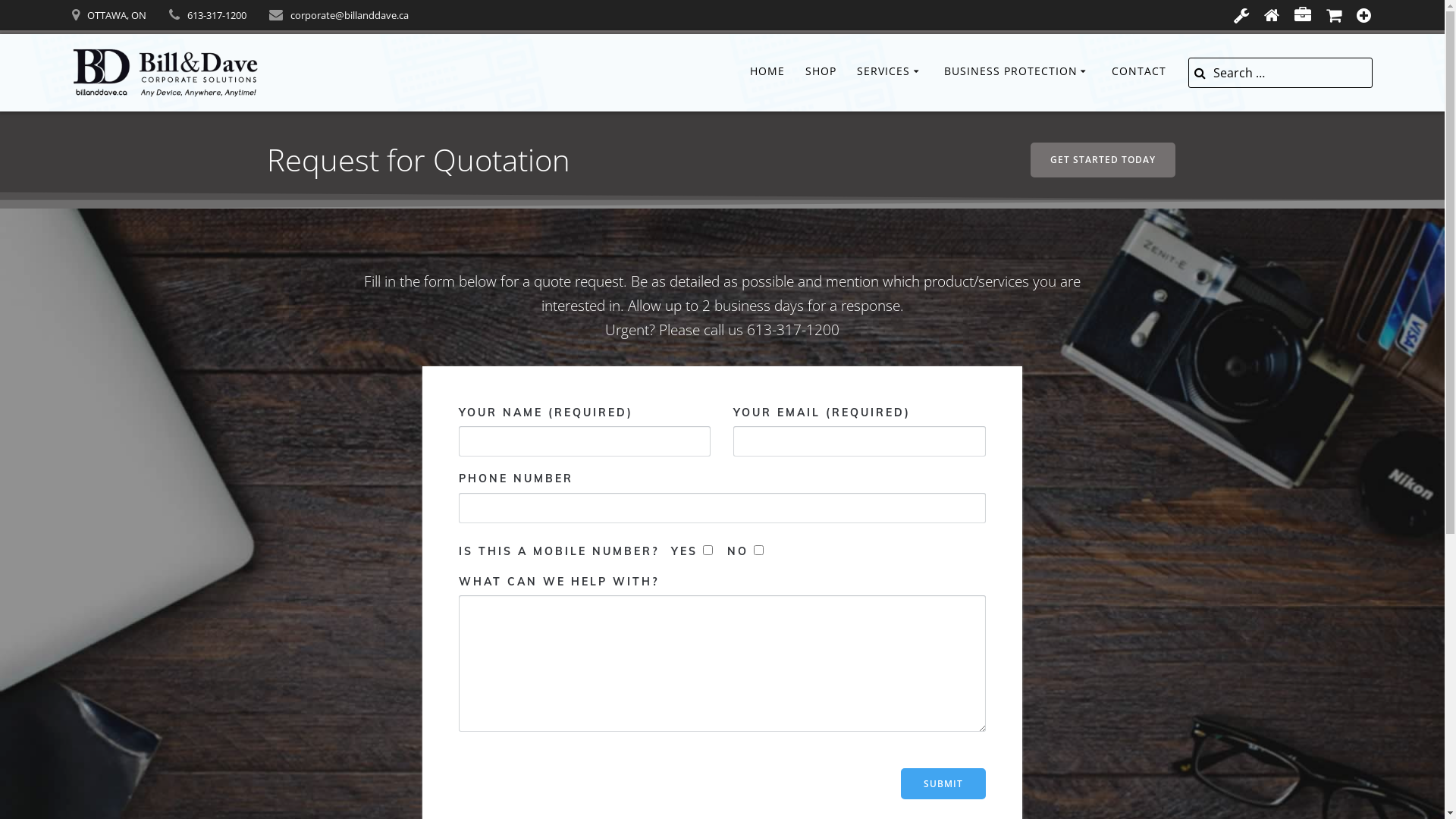  I want to click on 'corporate@billanddave.ca', so click(348, 14).